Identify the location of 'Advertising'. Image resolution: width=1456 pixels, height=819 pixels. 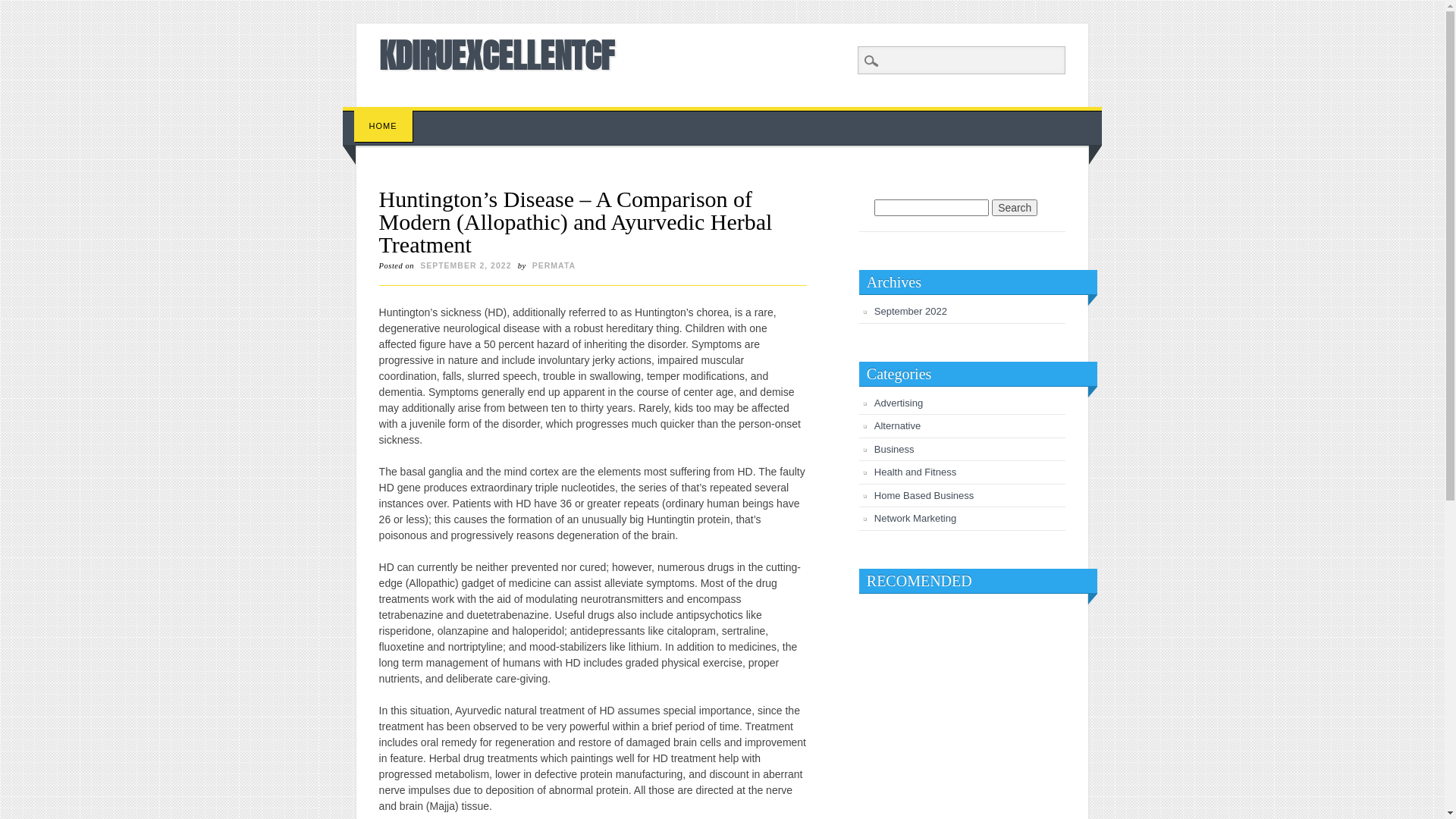
(899, 402).